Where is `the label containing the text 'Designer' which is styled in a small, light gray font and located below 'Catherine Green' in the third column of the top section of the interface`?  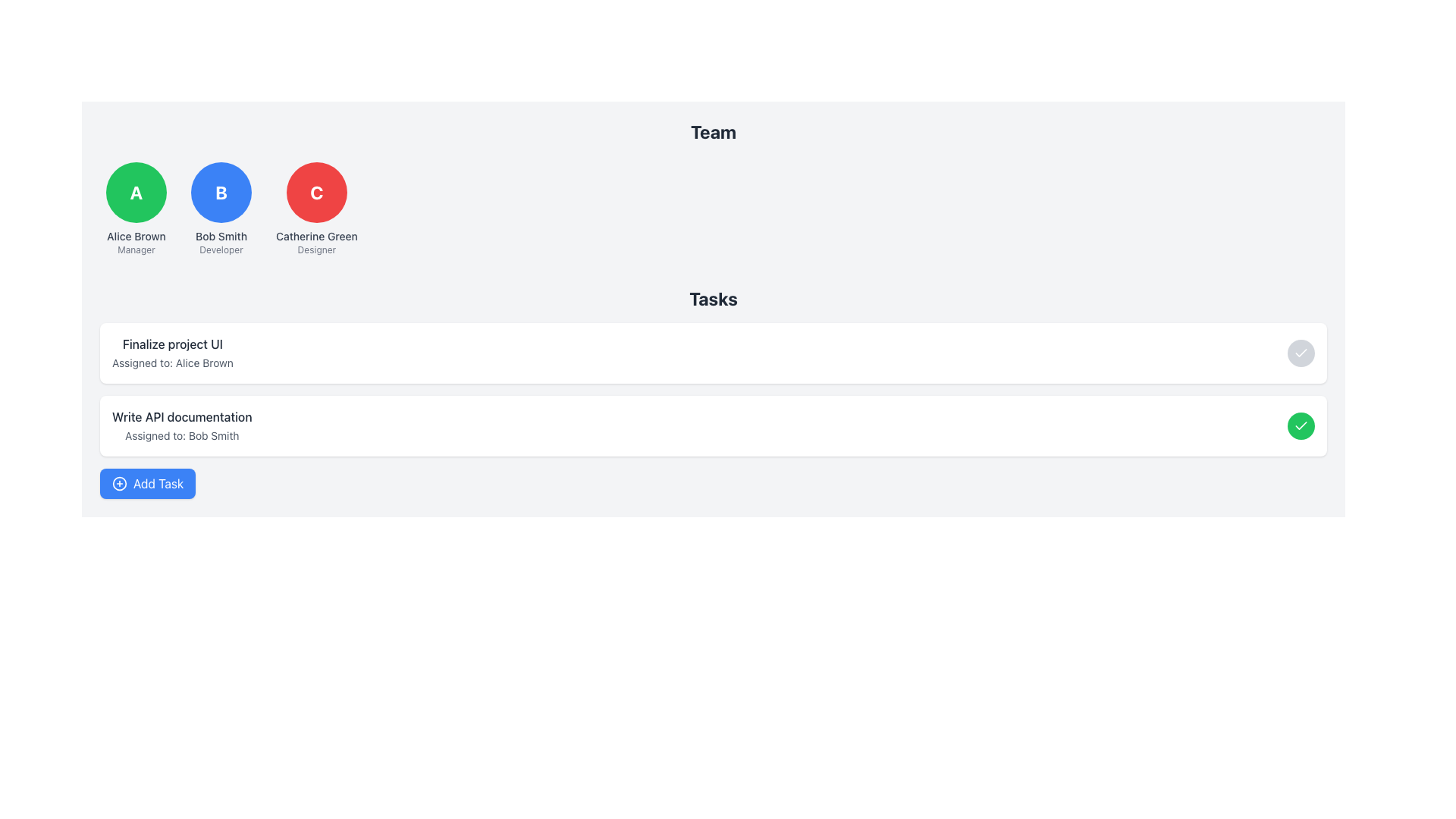
the label containing the text 'Designer' which is styled in a small, light gray font and located below 'Catherine Green' in the third column of the top section of the interface is located at coordinates (315, 249).